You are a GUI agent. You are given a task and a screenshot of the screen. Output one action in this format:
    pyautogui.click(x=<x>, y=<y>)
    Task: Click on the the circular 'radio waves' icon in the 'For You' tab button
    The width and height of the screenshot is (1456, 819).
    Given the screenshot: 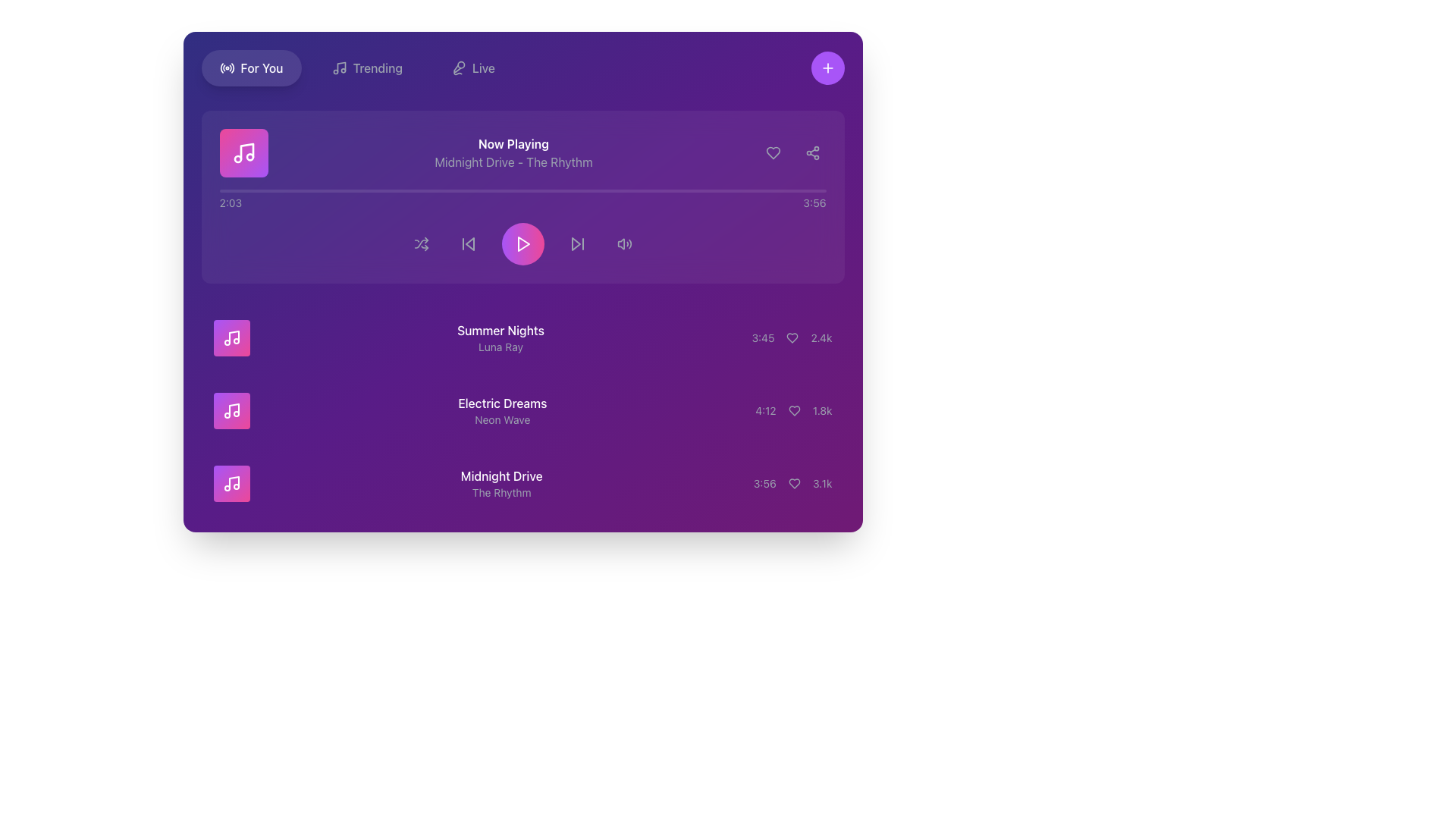 What is the action you would take?
    pyautogui.click(x=226, y=67)
    